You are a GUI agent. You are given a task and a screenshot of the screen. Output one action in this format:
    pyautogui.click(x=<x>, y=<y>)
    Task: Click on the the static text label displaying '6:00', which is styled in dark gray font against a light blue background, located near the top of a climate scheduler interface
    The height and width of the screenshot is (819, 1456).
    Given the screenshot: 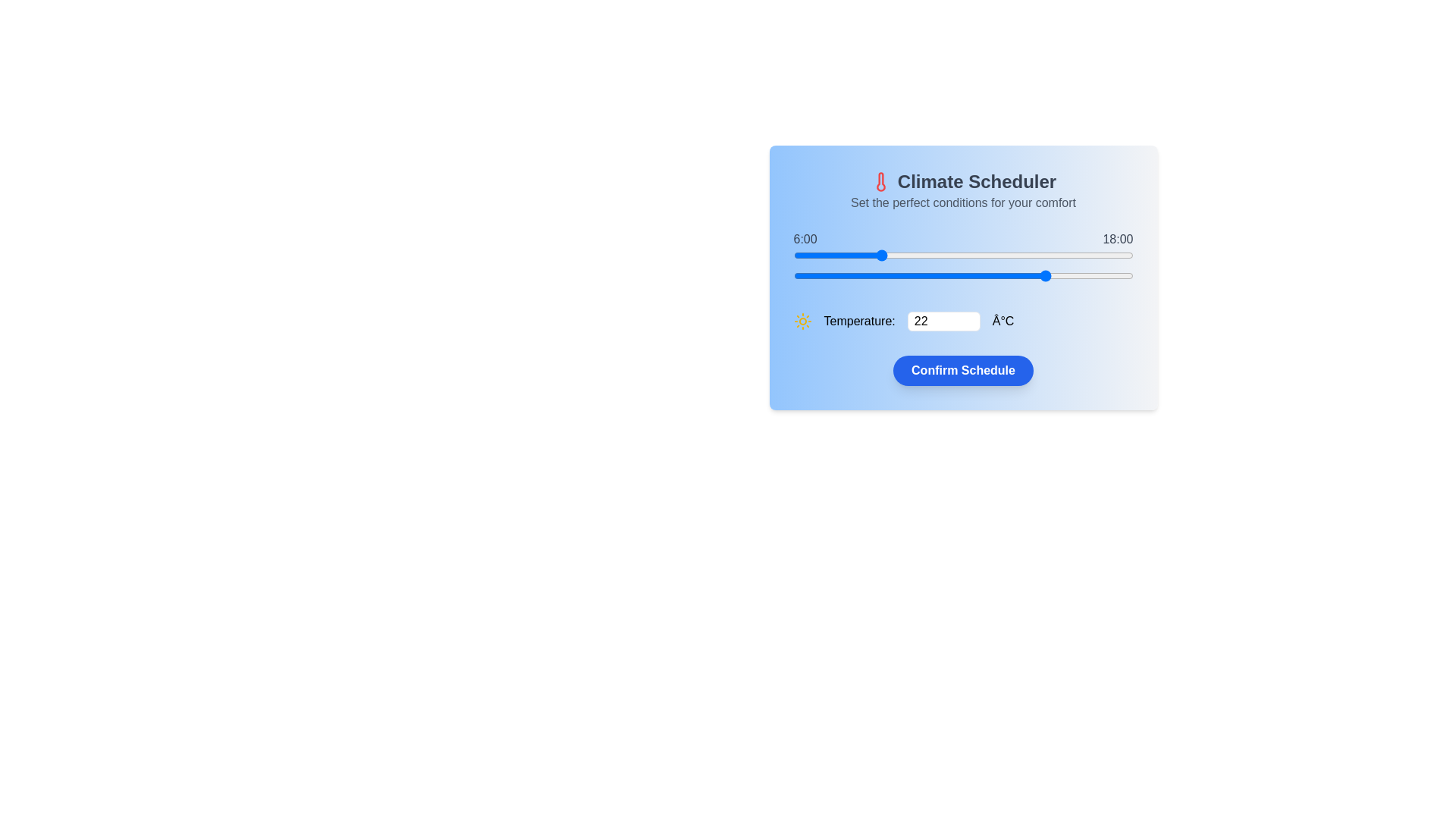 What is the action you would take?
    pyautogui.click(x=805, y=239)
    